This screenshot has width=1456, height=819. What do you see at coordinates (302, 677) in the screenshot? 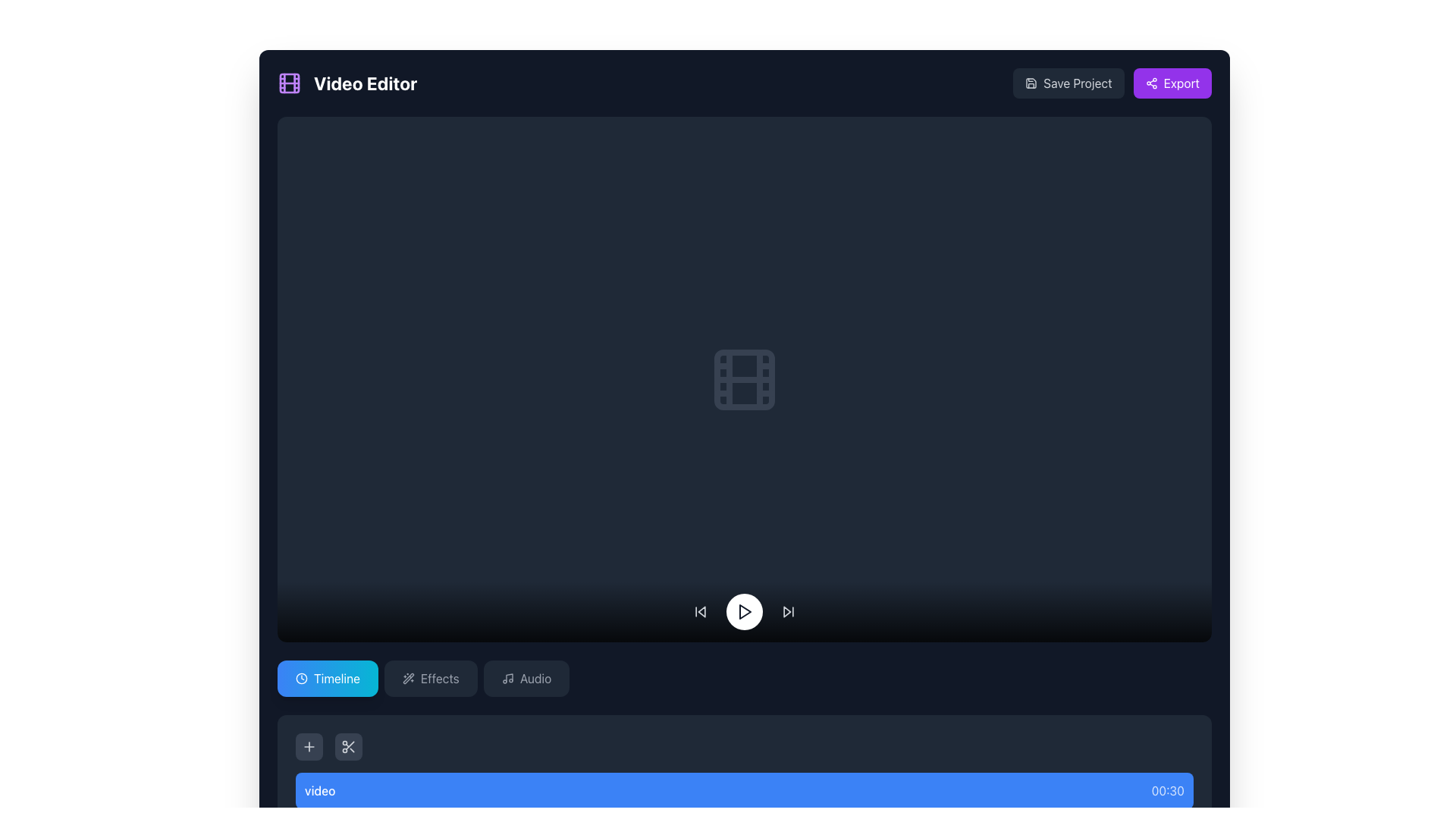
I see `the outer circular part of the clock icon, which is situated near the top-left of the 'Timeline' action button` at bounding box center [302, 677].